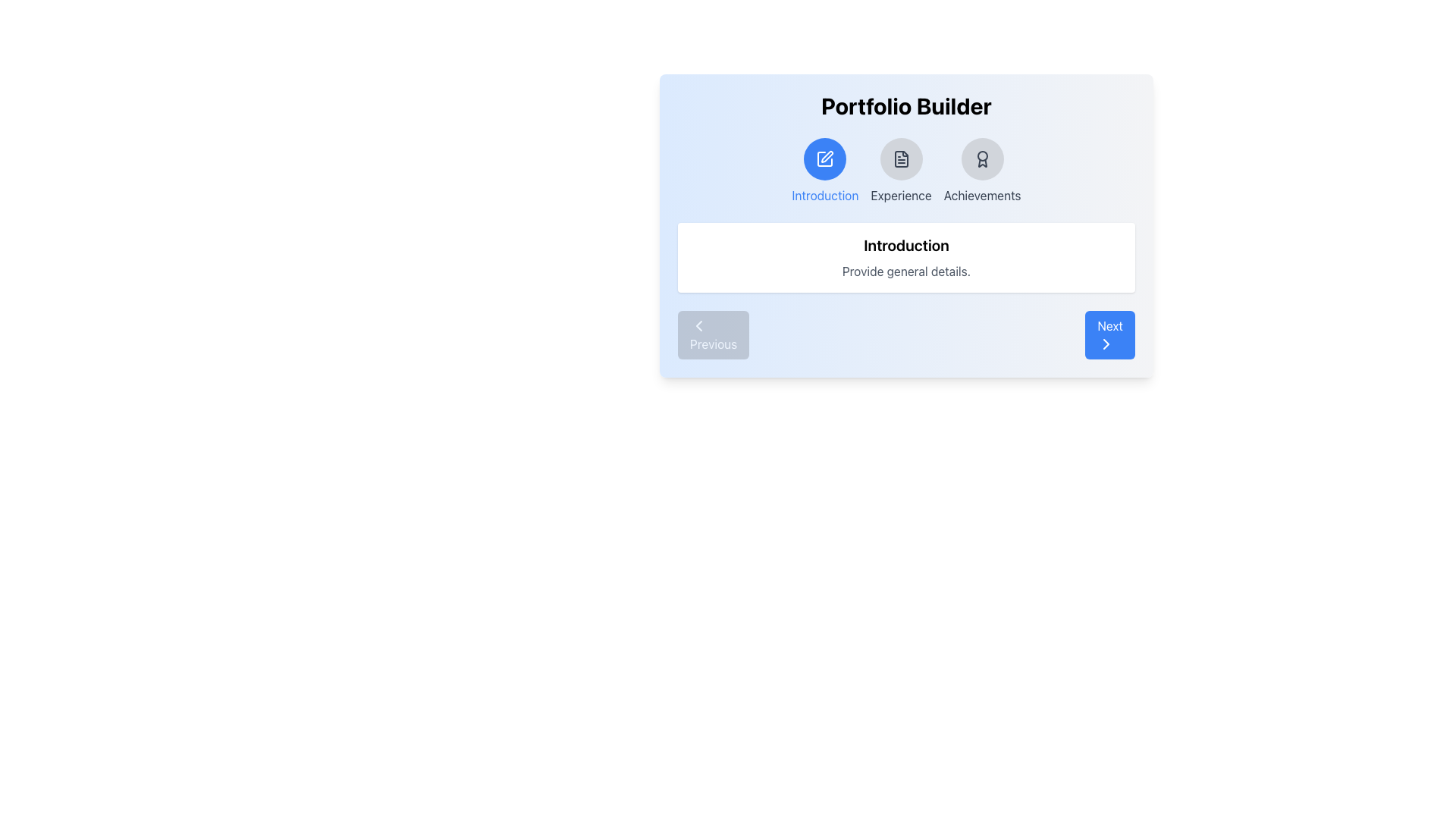  What do you see at coordinates (901, 158) in the screenshot?
I see `the simplistic document icon with a folded corner at the top right` at bounding box center [901, 158].